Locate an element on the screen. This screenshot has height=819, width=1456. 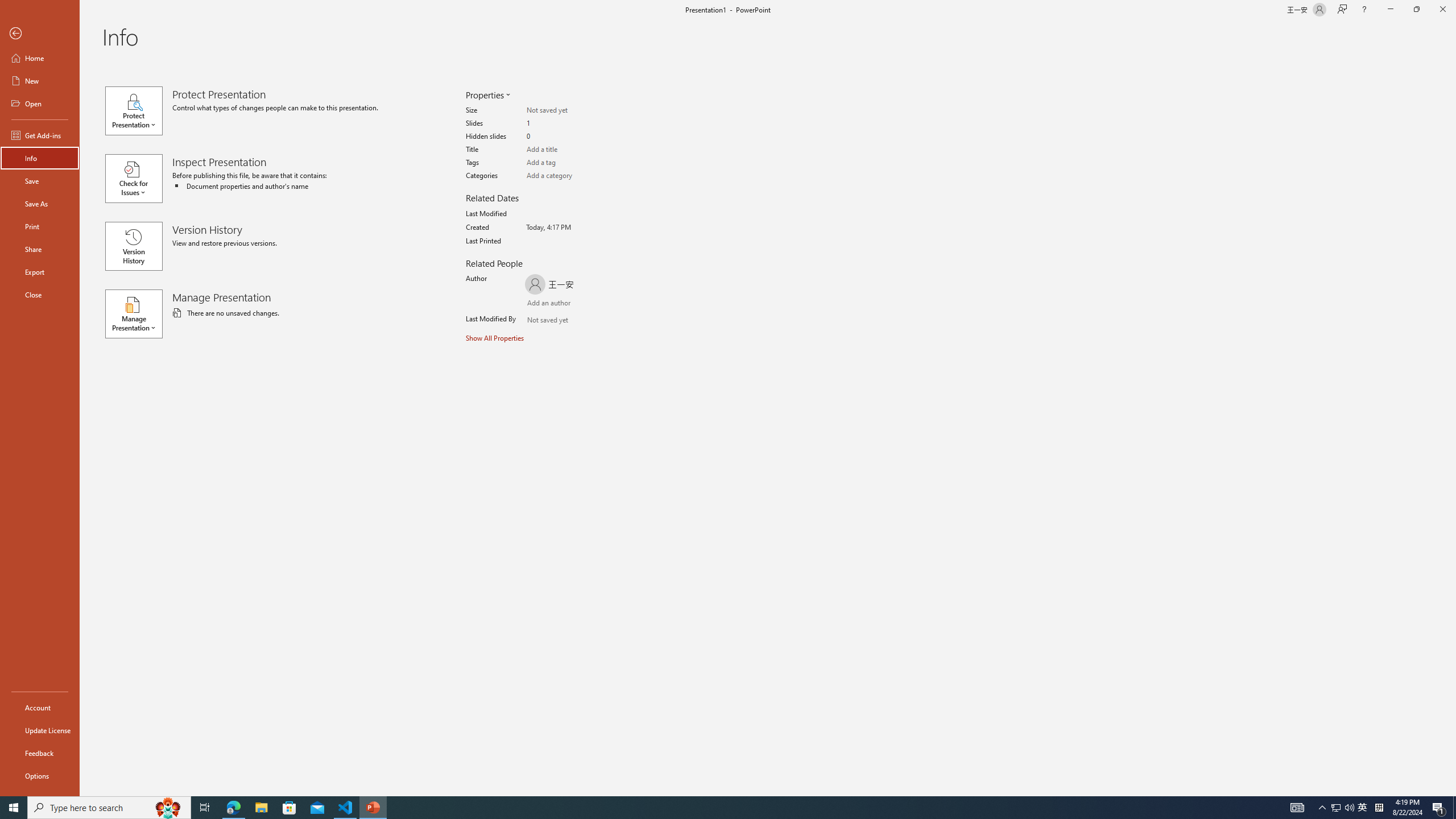
'Print' is located at coordinates (39, 226).